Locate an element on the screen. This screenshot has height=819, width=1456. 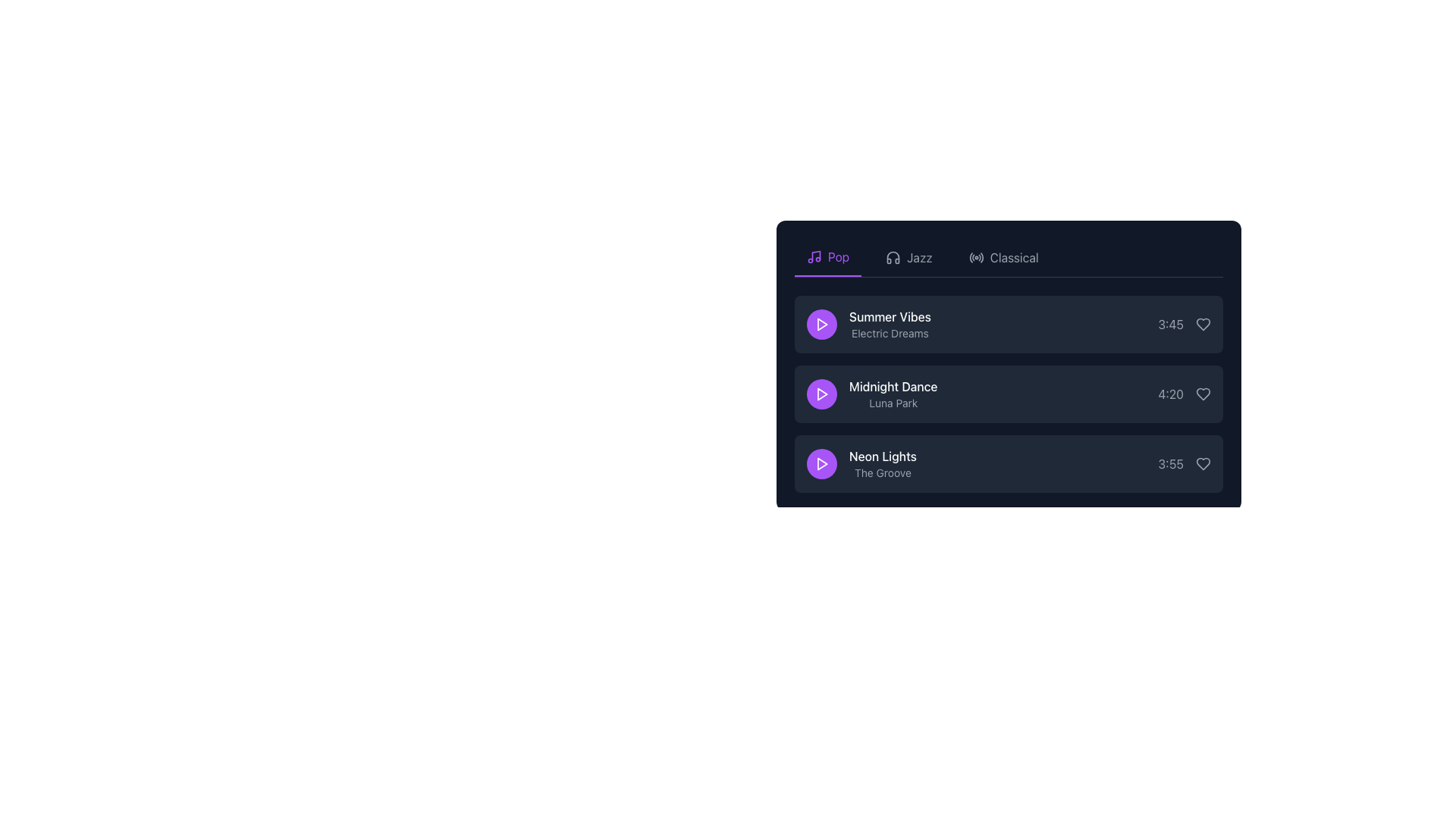
the static text display that shows the duration of the track 'Summer Vibes', located at the far-right end of the list item is located at coordinates (1184, 324).